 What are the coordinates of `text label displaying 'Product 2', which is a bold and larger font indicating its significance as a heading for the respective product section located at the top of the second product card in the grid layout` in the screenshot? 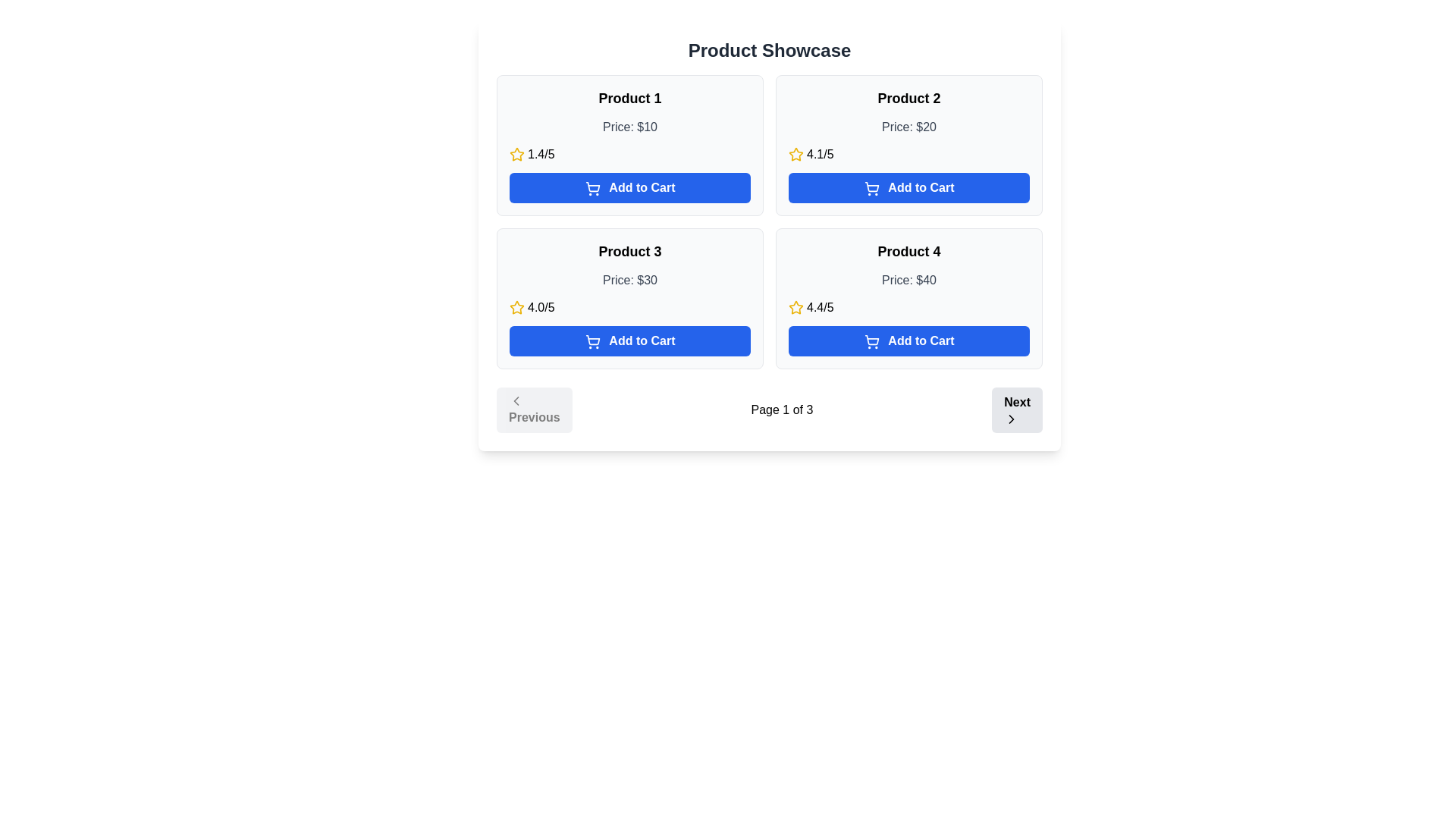 It's located at (909, 99).